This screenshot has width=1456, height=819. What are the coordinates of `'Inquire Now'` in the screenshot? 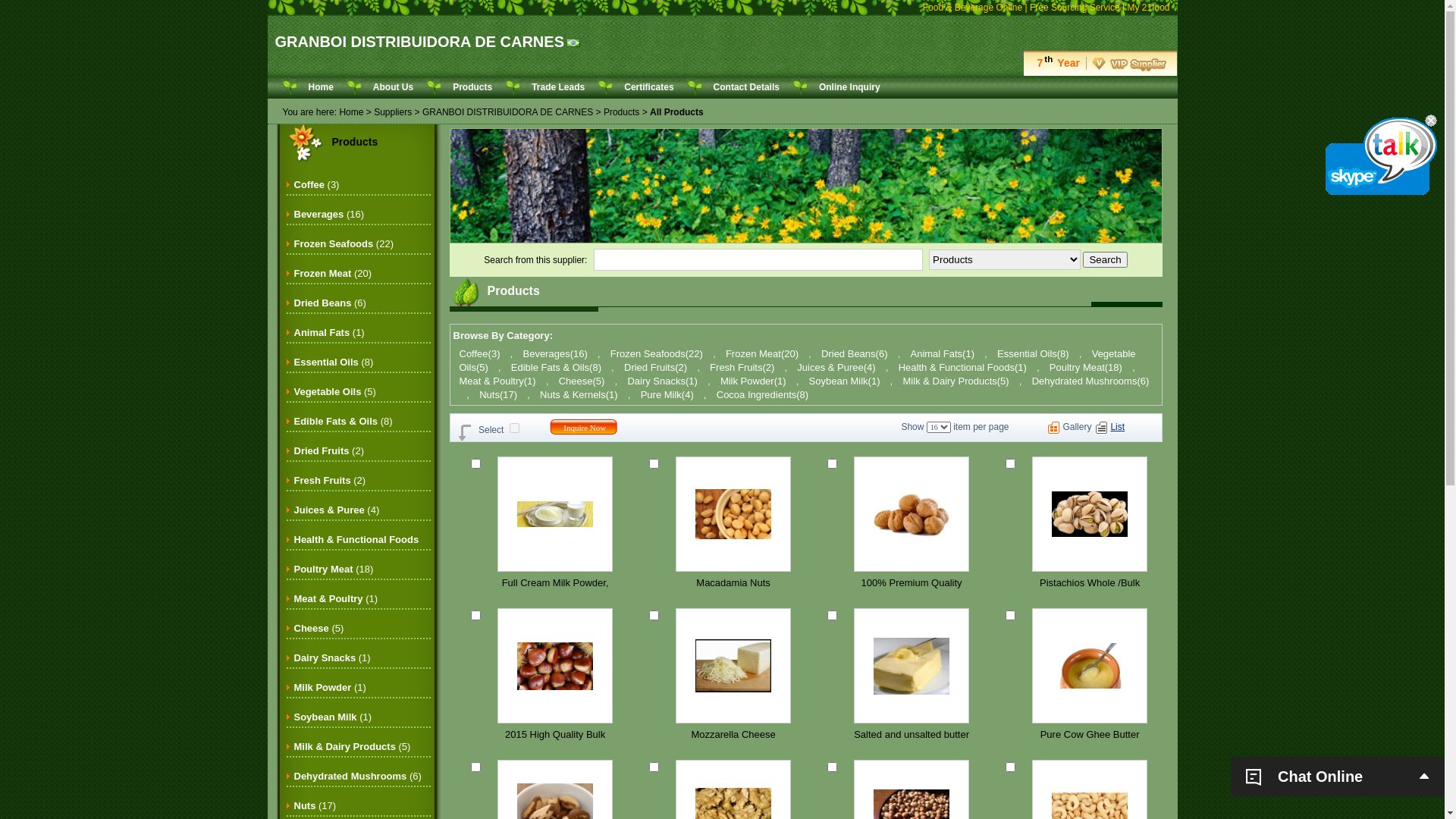 It's located at (584, 427).